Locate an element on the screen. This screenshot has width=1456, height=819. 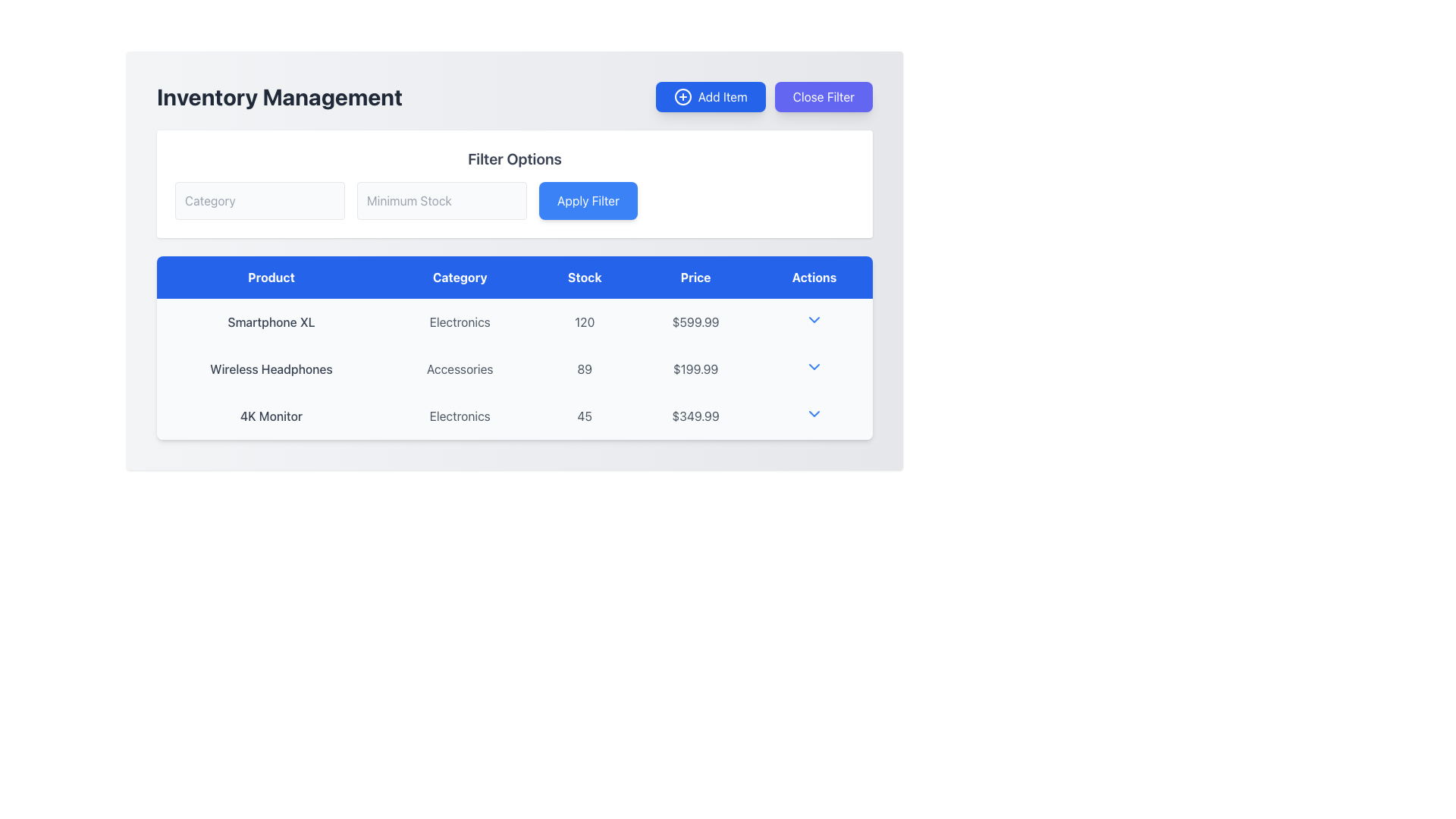
the rectangular text input field with rounded borders and a light gray background, which has the placeholder text 'Minimum Stock', to focus on it is located at coordinates (441, 200).